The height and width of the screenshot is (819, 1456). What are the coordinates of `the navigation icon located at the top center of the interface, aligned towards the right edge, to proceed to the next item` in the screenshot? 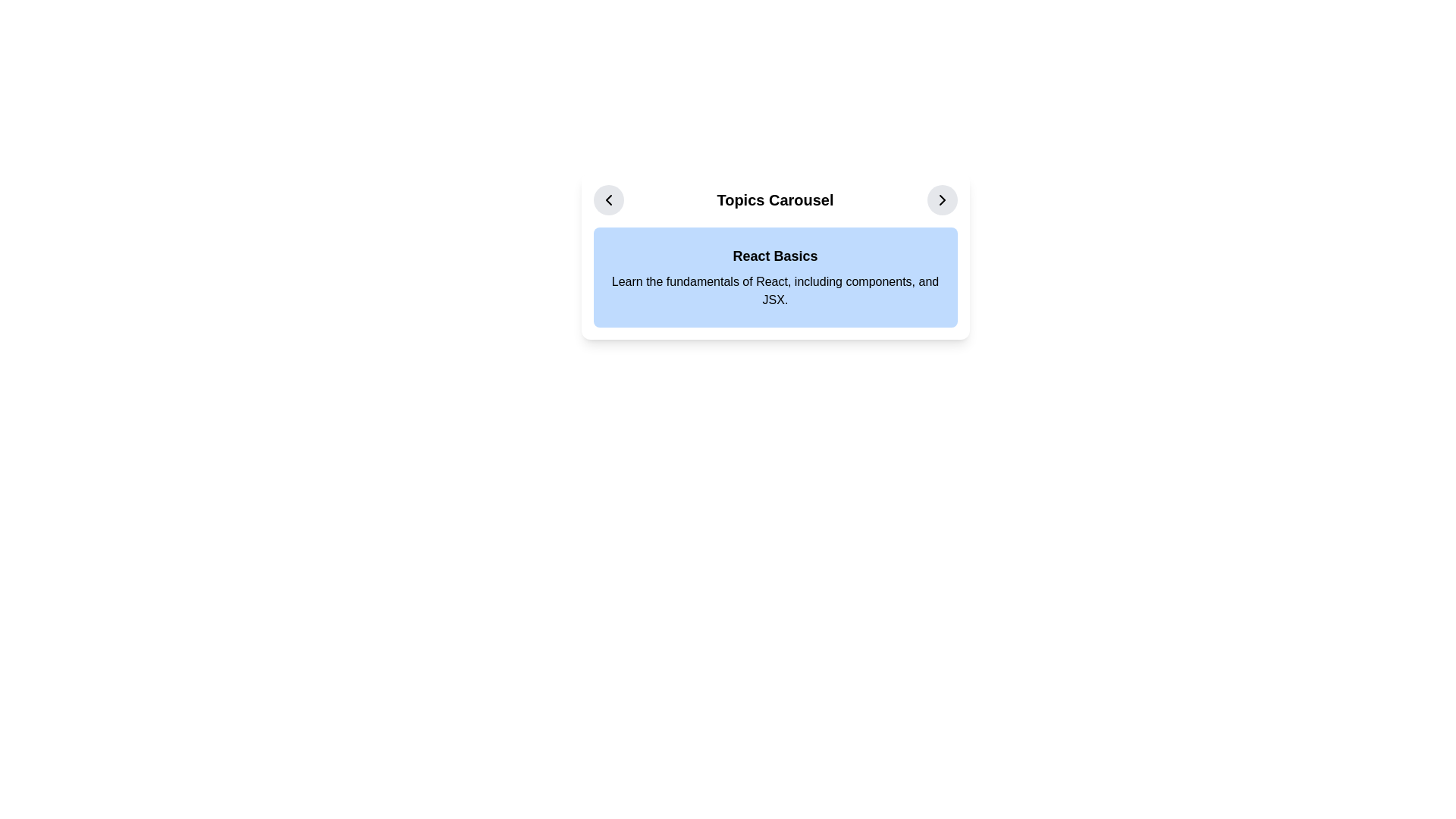 It's located at (941, 199).